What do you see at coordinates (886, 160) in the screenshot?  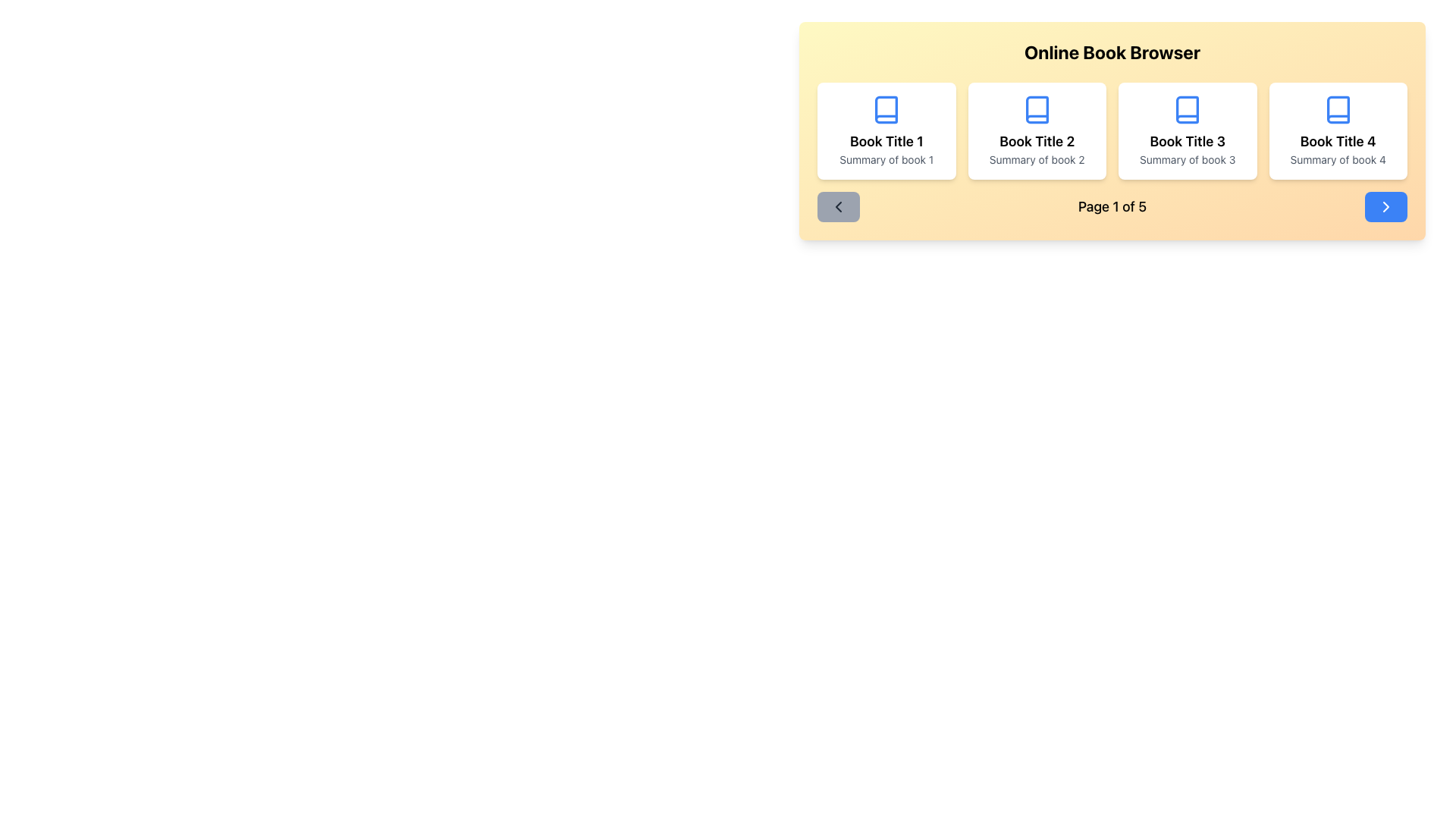 I see `the static text label providing a brief description of 'Book Title 1', located within the first card of a horizontally arranged set of book cards` at bounding box center [886, 160].